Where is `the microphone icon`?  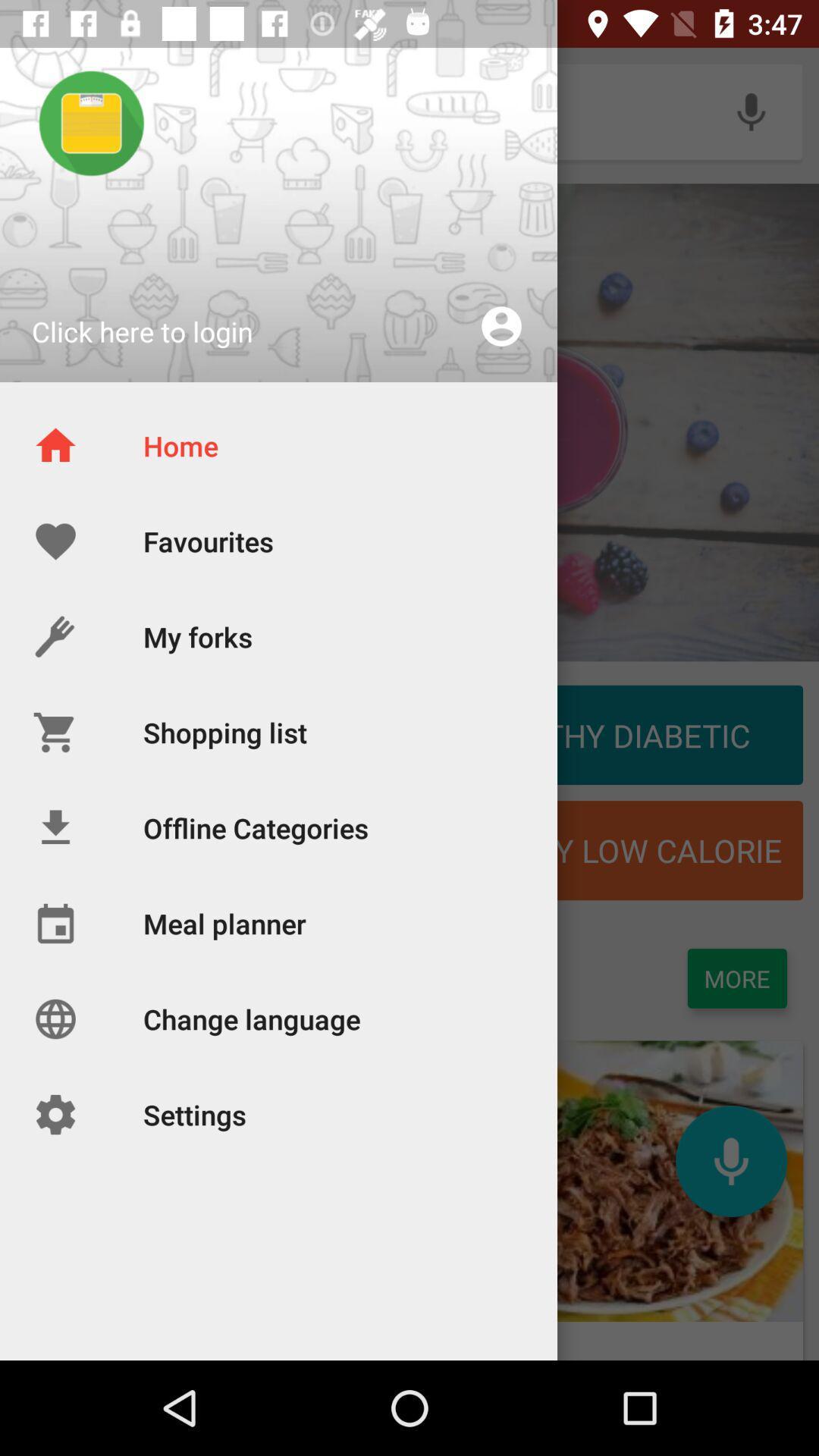
the microphone icon is located at coordinates (730, 1160).